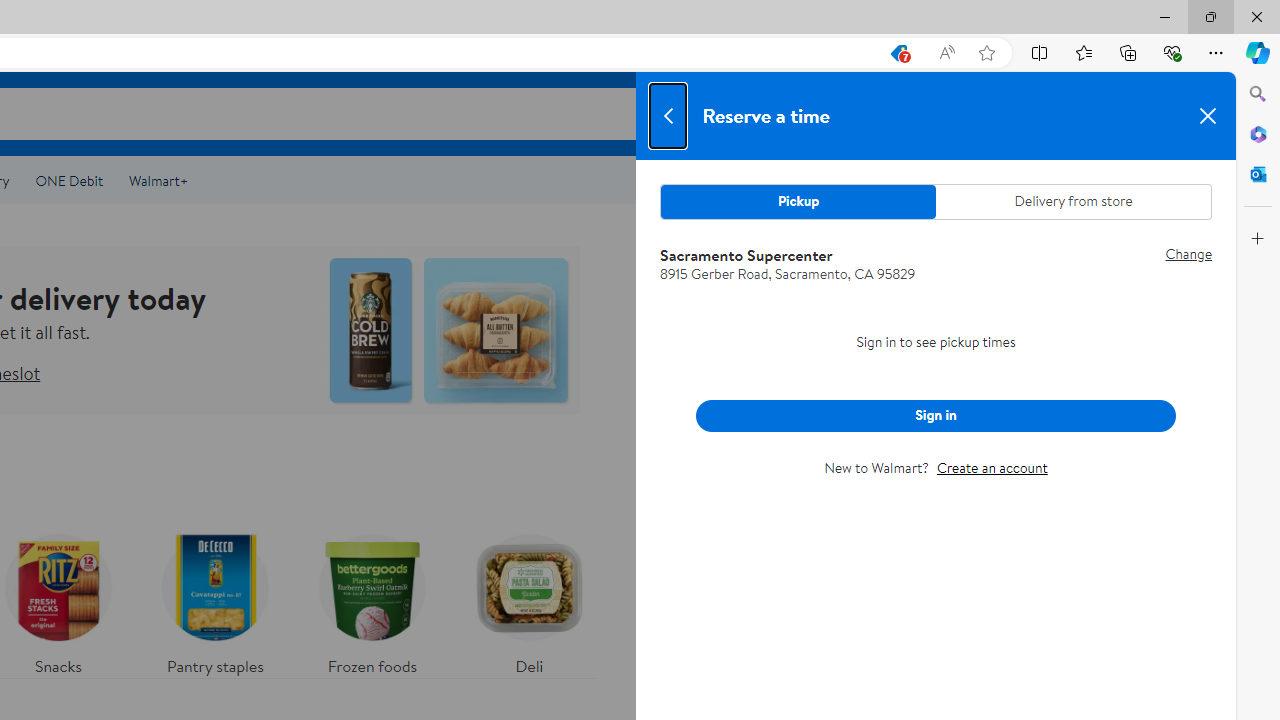 The image size is (1280, 720). I want to click on 'ONE Debit', so click(69, 181).